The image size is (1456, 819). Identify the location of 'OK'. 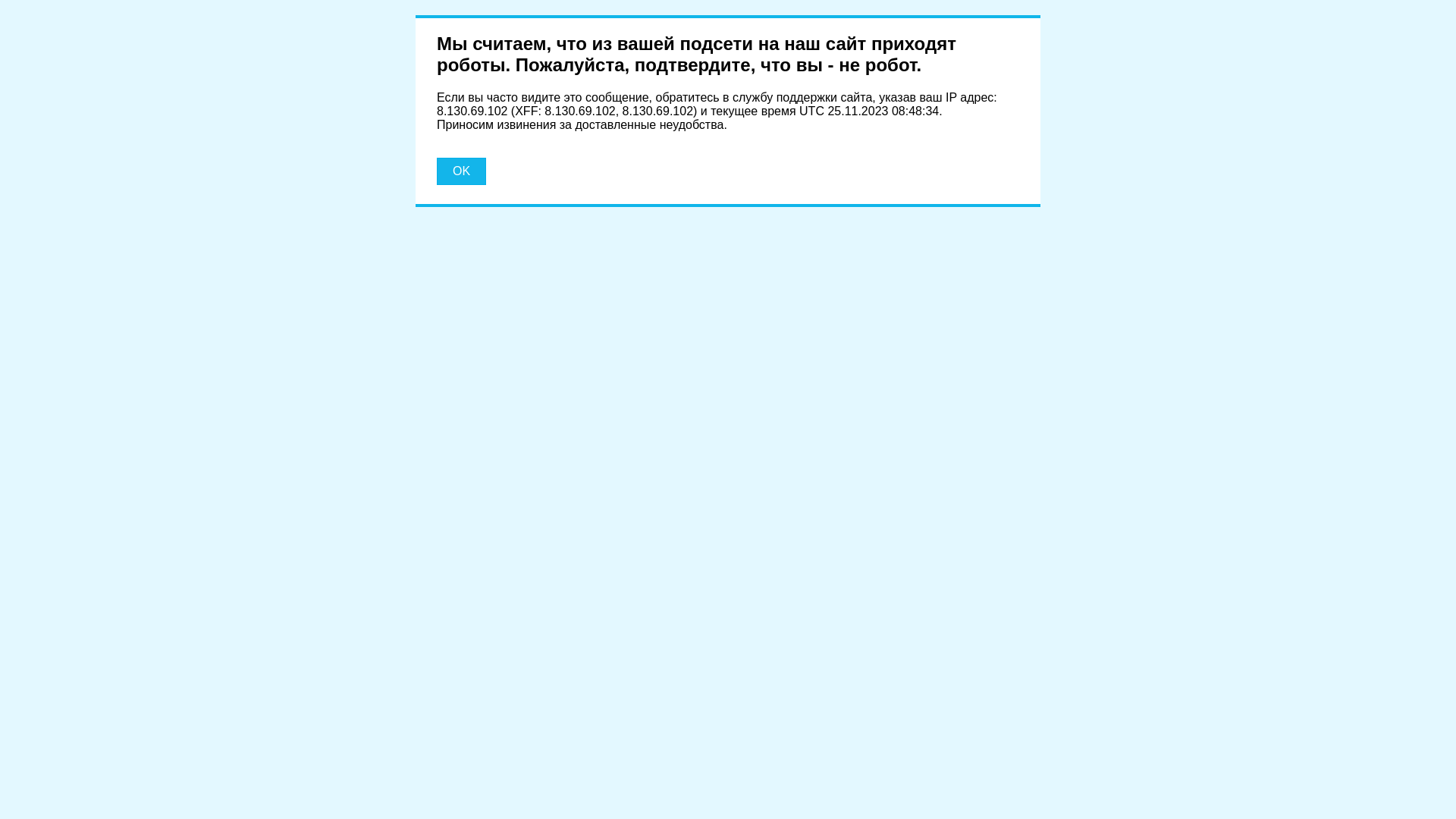
(460, 171).